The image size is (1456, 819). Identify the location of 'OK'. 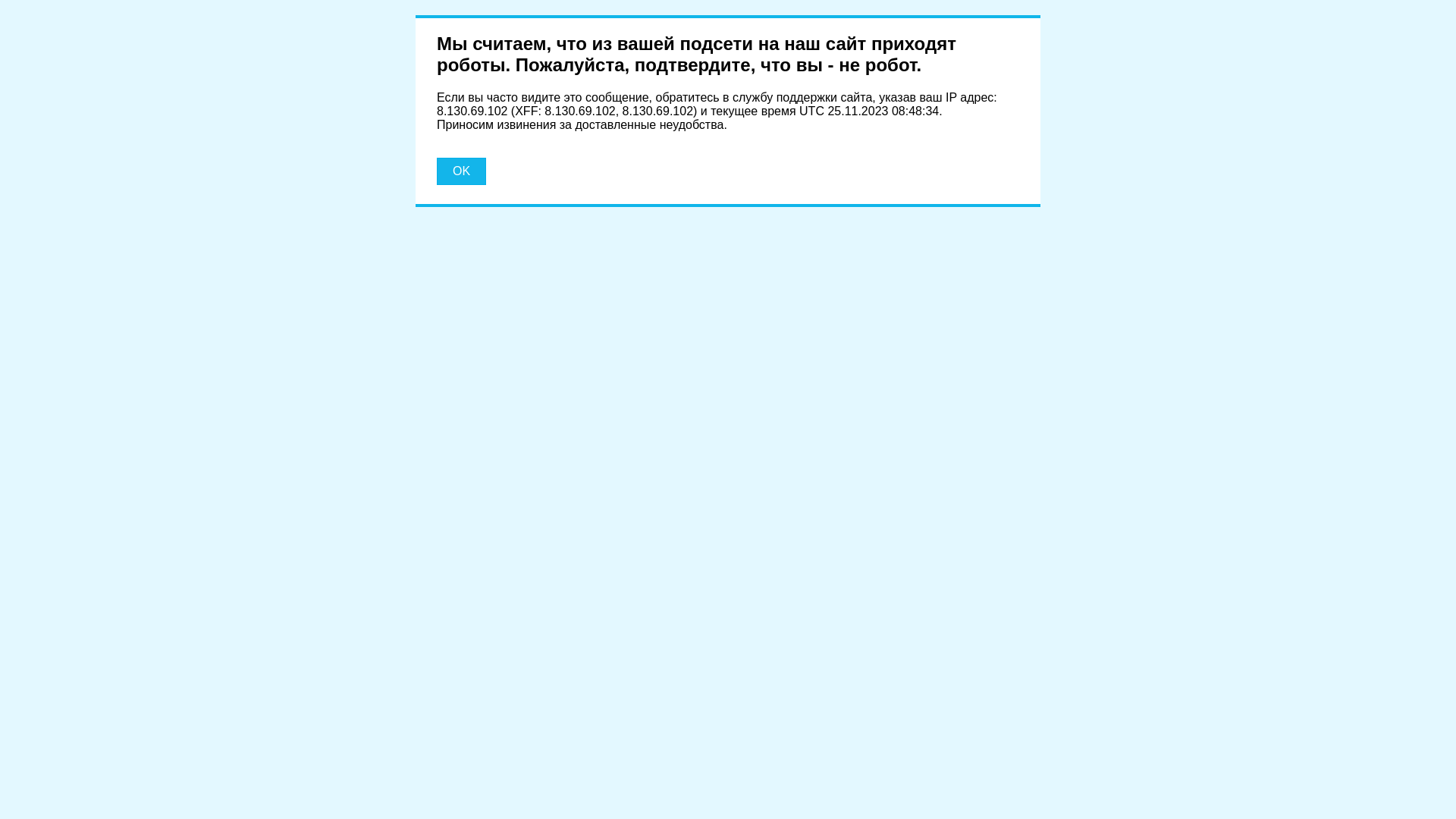
(460, 171).